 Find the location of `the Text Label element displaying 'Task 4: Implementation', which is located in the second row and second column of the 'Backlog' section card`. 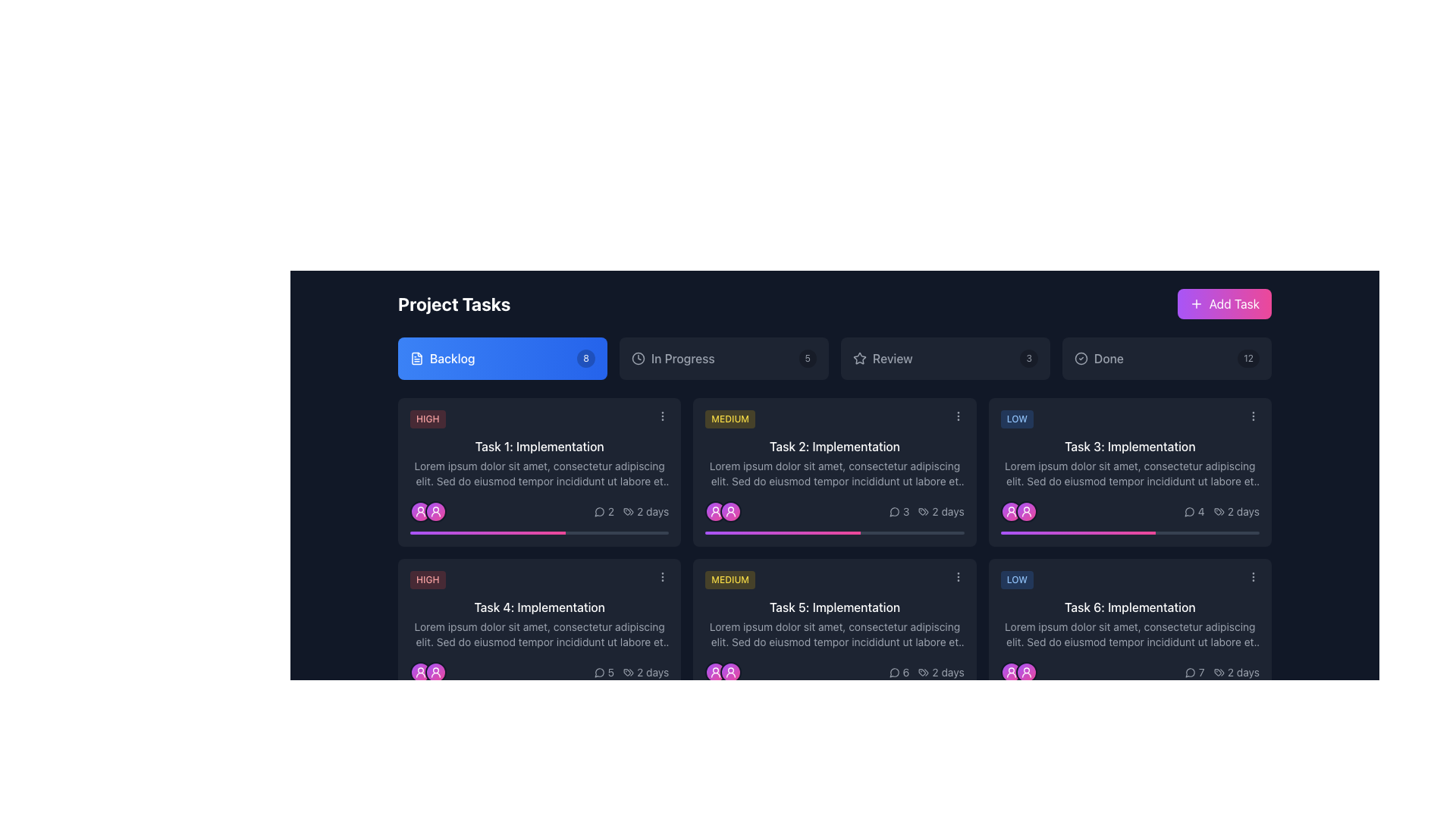

the Text Label element displaying 'Task 4: Implementation', which is located in the second row and second column of the 'Backlog' section card is located at coordinates (539, 607).